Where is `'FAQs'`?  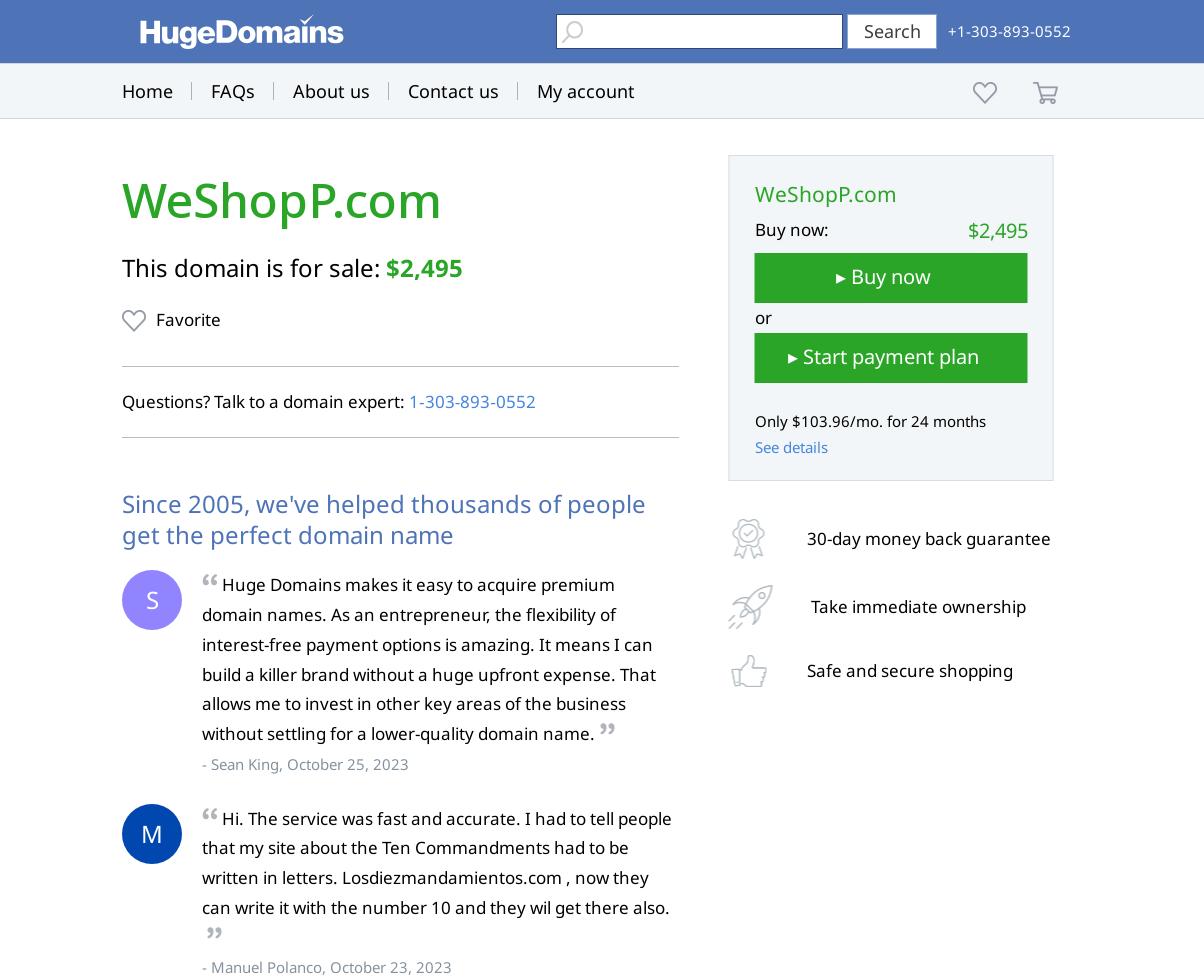 'FAQs' is located at coordinates (210, 90).